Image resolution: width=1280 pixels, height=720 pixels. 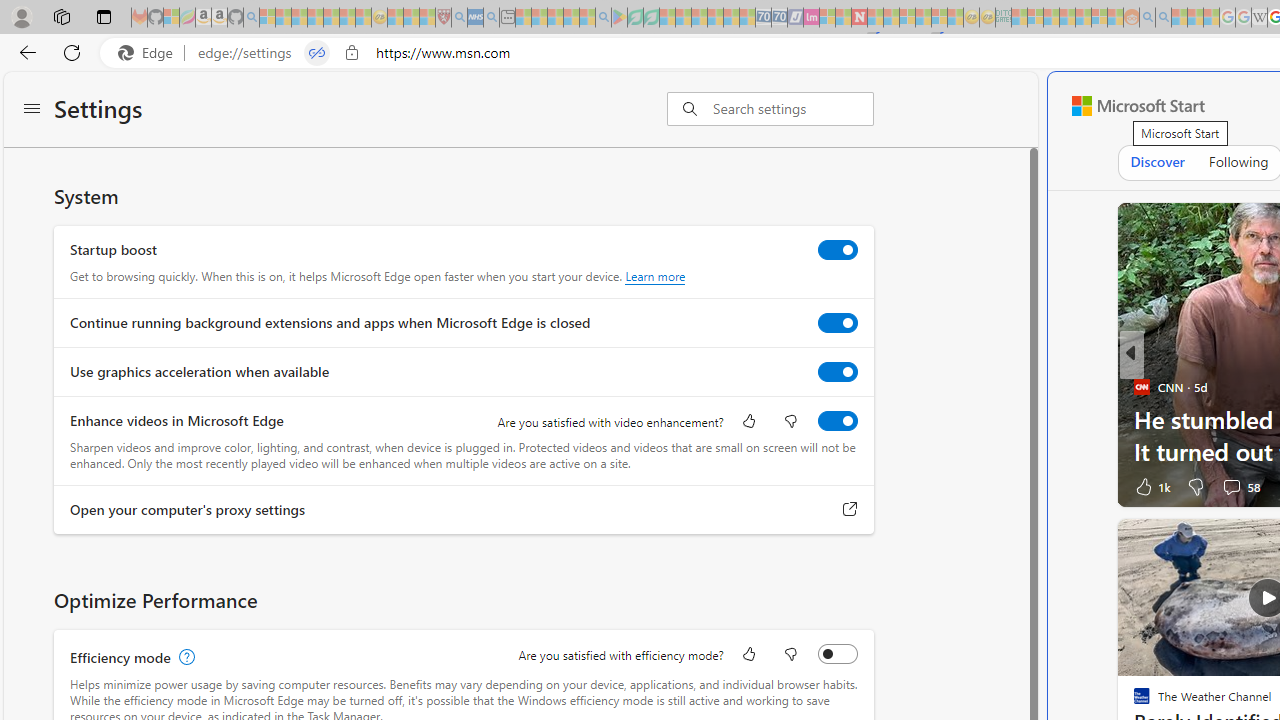 What do you see at coordinates (184, 657) in the screenshot?
I see `'Efficiency mode, learn more'` at bounding box center [184, 657].